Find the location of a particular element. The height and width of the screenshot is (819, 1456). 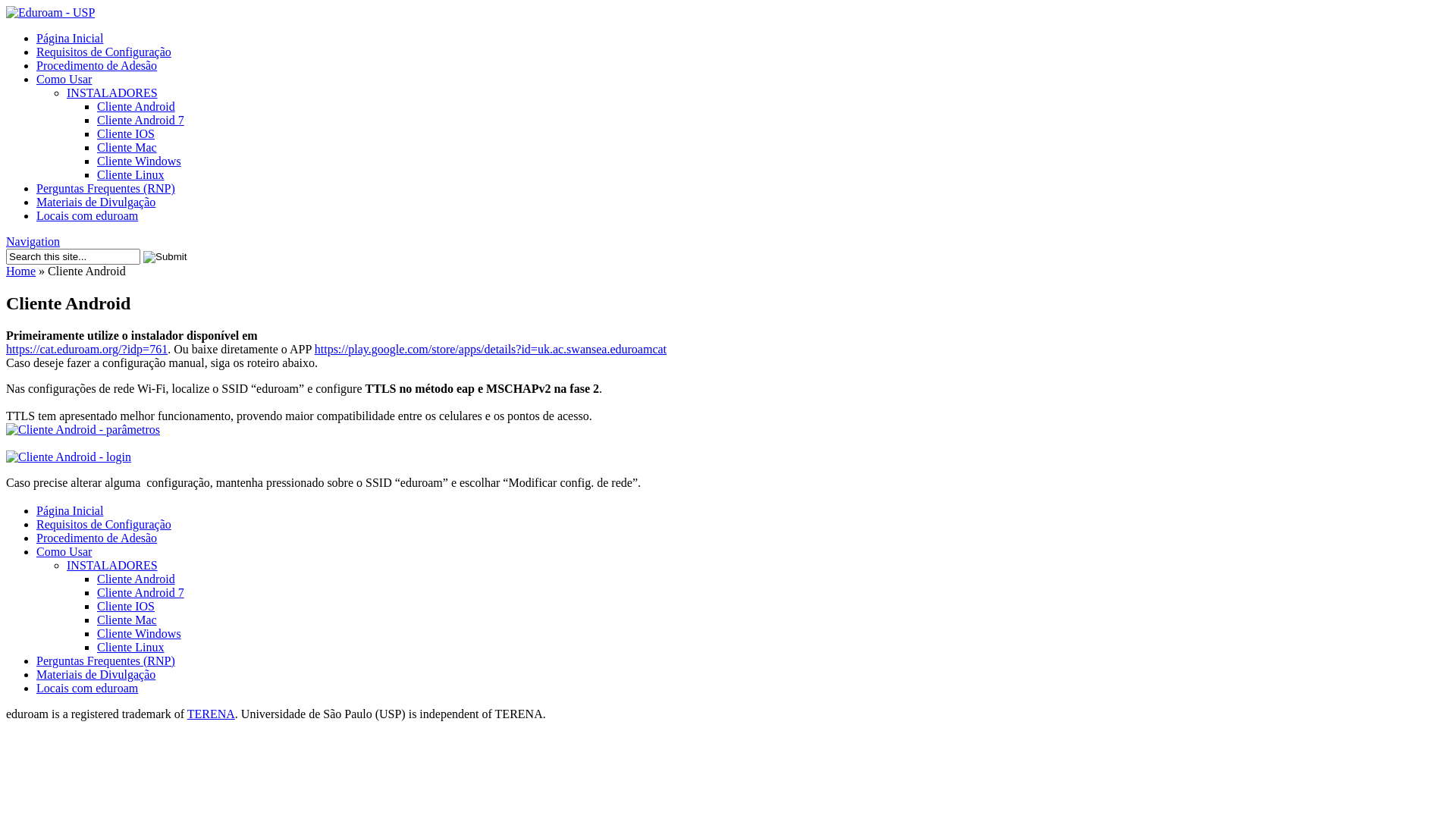

'Home' is located at coordinates (6, 270).